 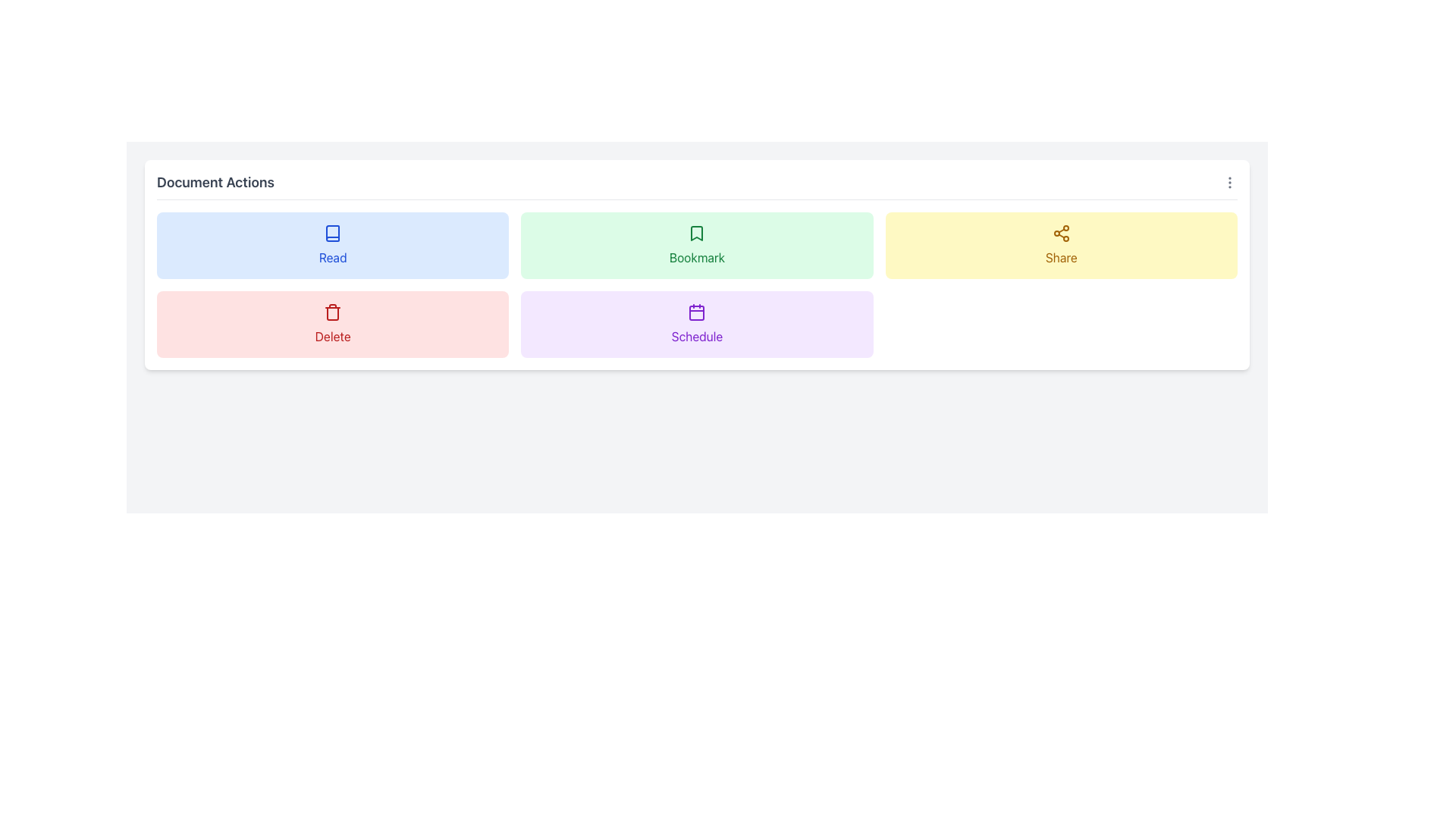 I want to click on the SVG rectangle representing a specific day or date in the calendar icon located in the 'Schedule' section of the interface, so click(x=696, y=312).